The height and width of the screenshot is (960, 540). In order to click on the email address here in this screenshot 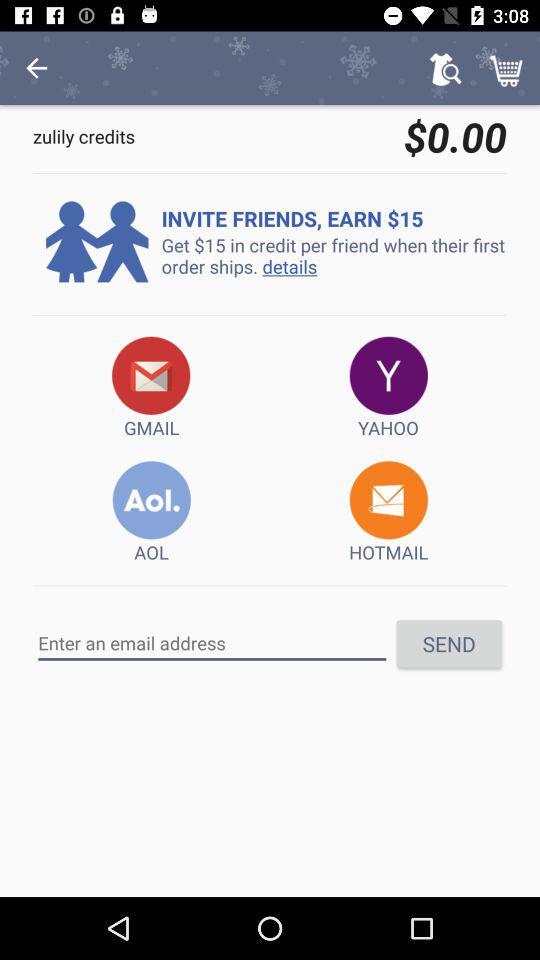, I will do `click(211, 642)`.